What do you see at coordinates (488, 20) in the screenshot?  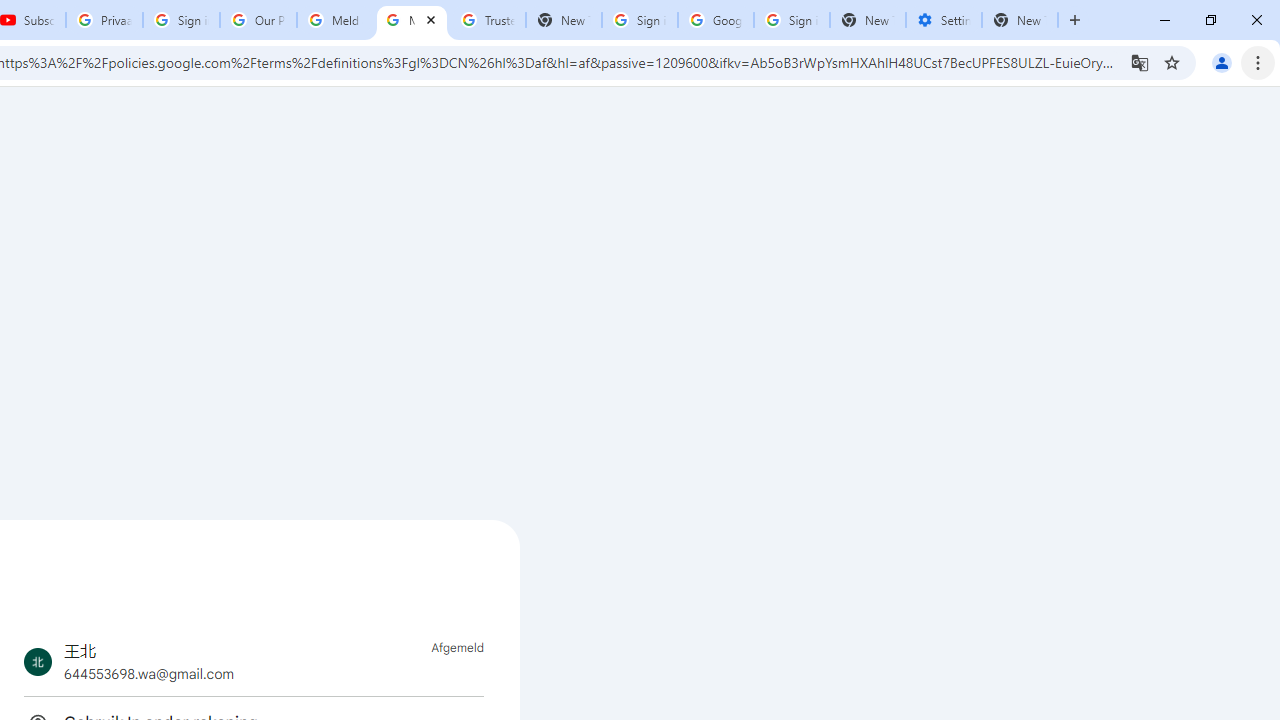 I see `'Trusted Information and Content - Google Safety Center'` at bounding box center [488, 20].